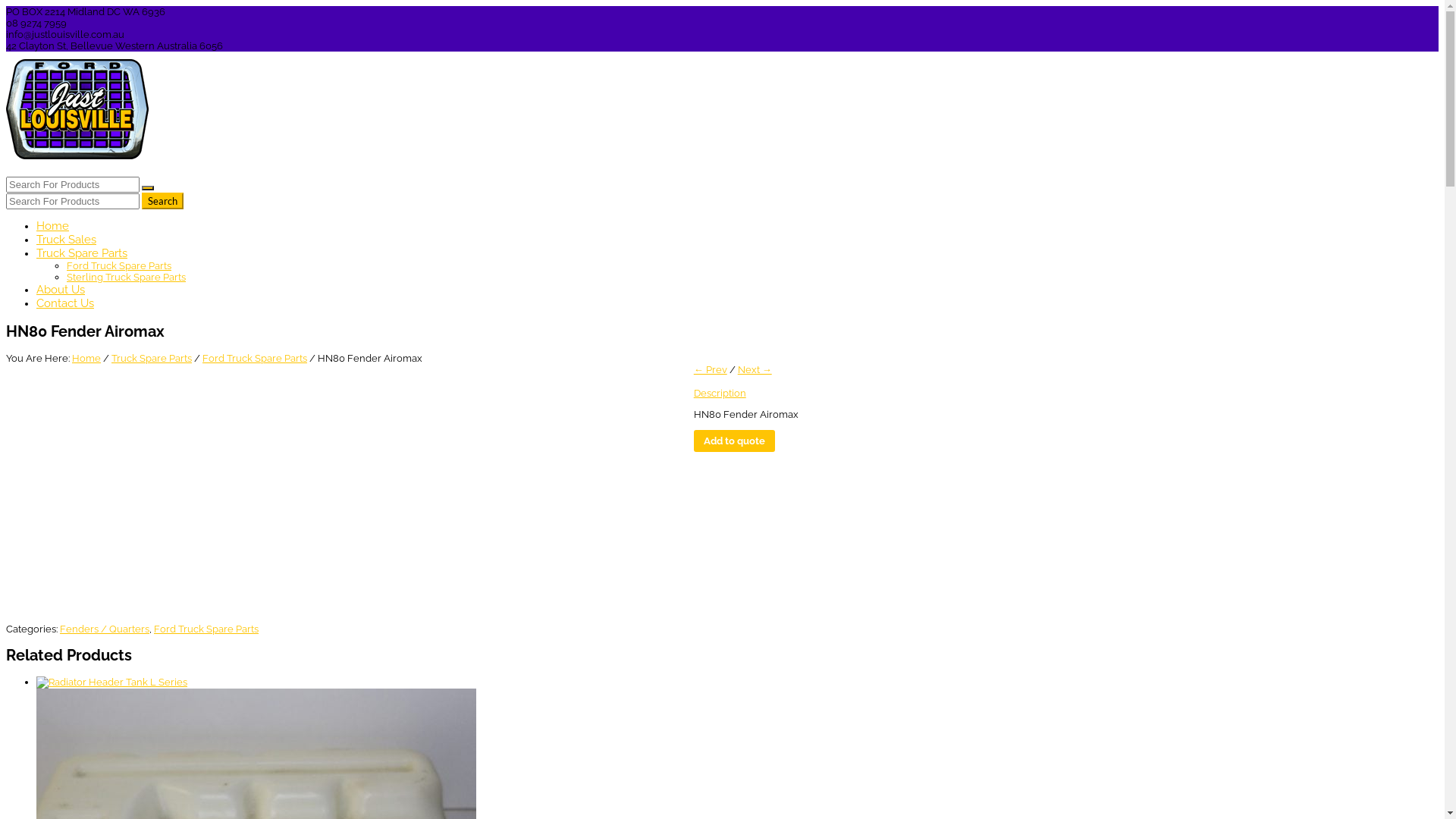 The width and height of the screenshot is (1456, 819). What do you see at coordinates (61, 289) in the screenshot?
I see `'About Us'` at bounding box center [61, 289].